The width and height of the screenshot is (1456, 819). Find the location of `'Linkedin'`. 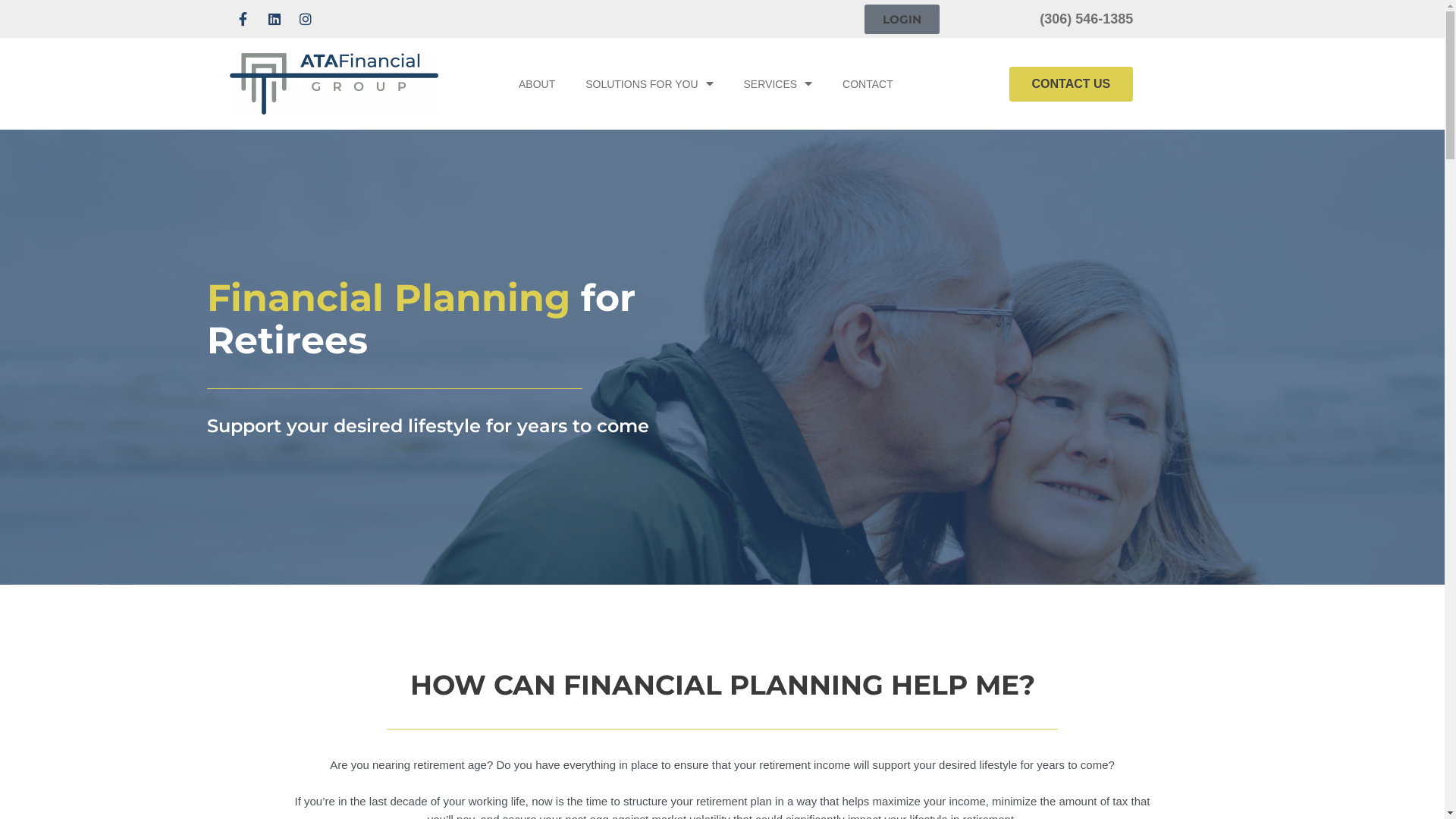

'Linkedin' is located at coordinates (274, 18).